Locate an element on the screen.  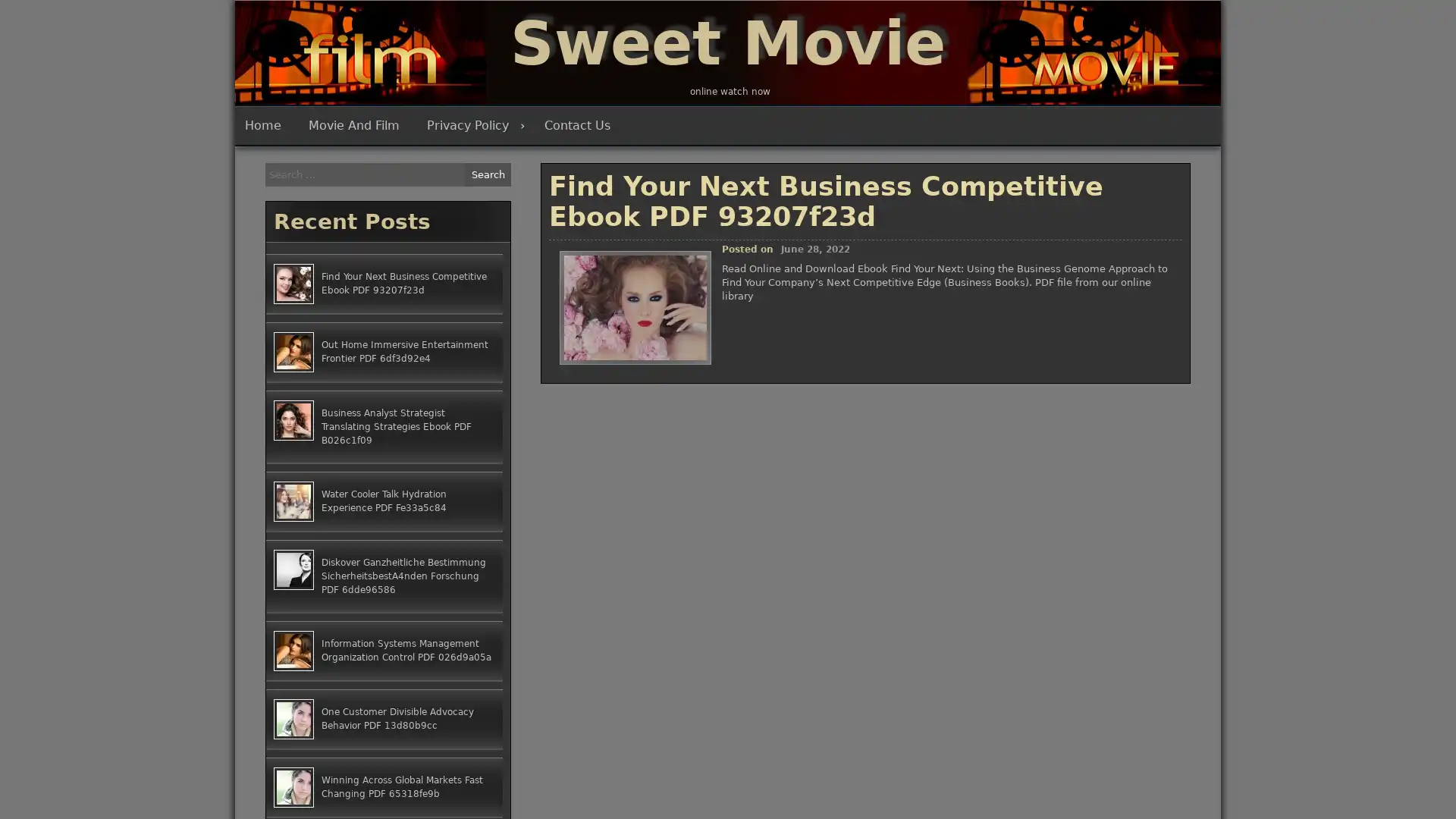
Search is located at coordinates (488, 174).